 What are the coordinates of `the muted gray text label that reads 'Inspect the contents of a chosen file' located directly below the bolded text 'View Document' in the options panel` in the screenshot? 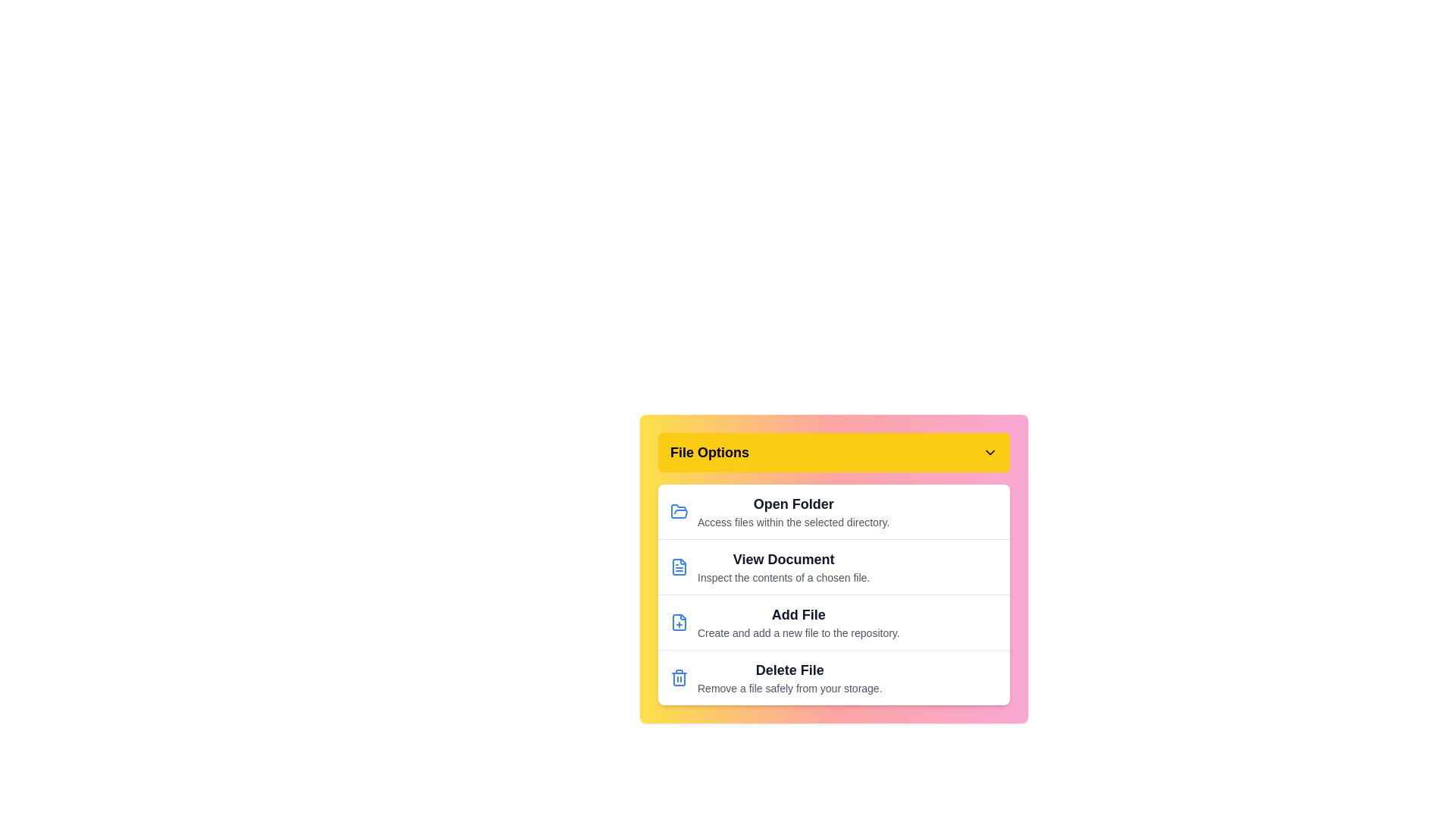 It's located at (783, 578).